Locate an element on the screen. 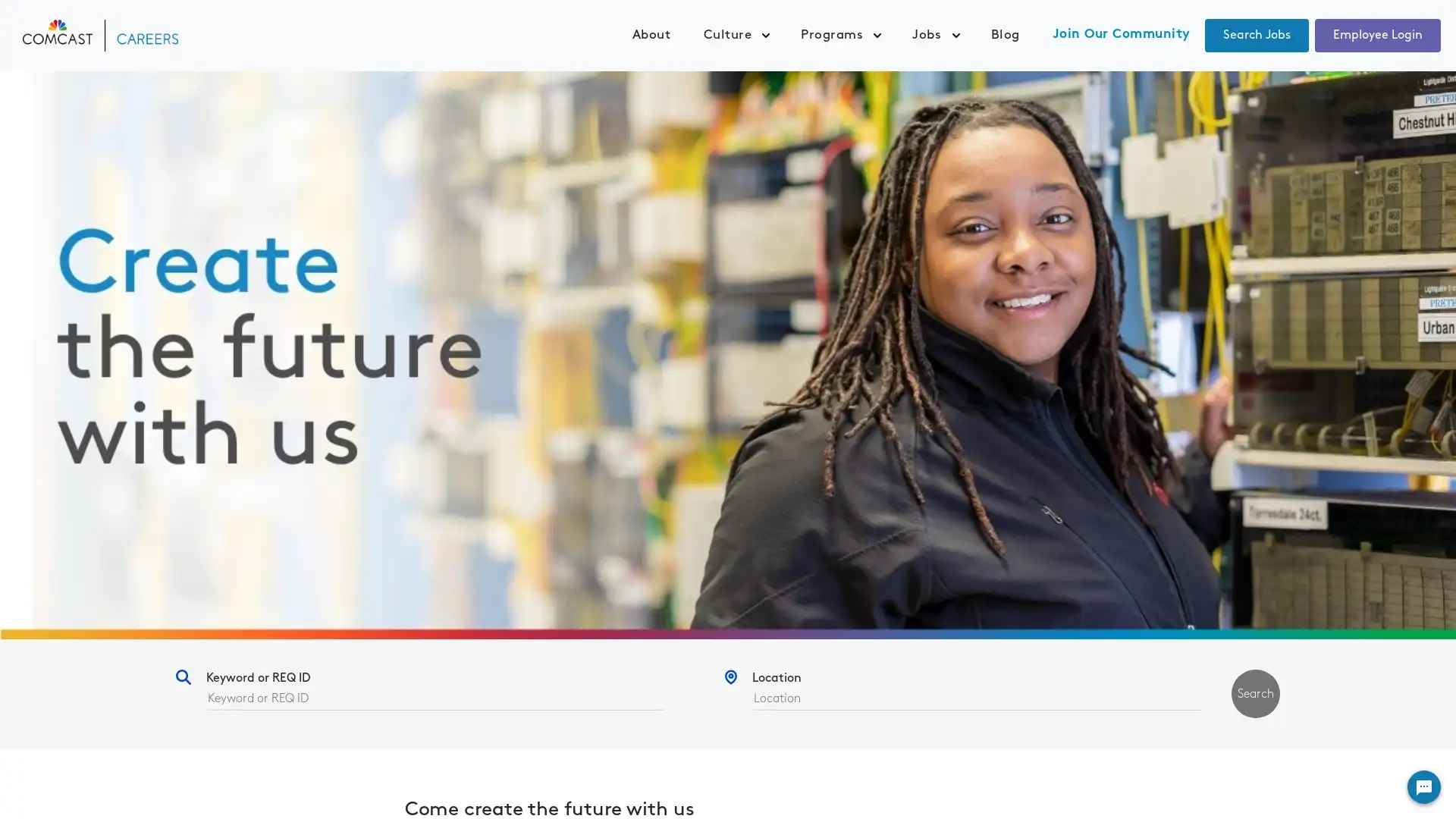  Widget Button is located at coordinates (1423, 786).